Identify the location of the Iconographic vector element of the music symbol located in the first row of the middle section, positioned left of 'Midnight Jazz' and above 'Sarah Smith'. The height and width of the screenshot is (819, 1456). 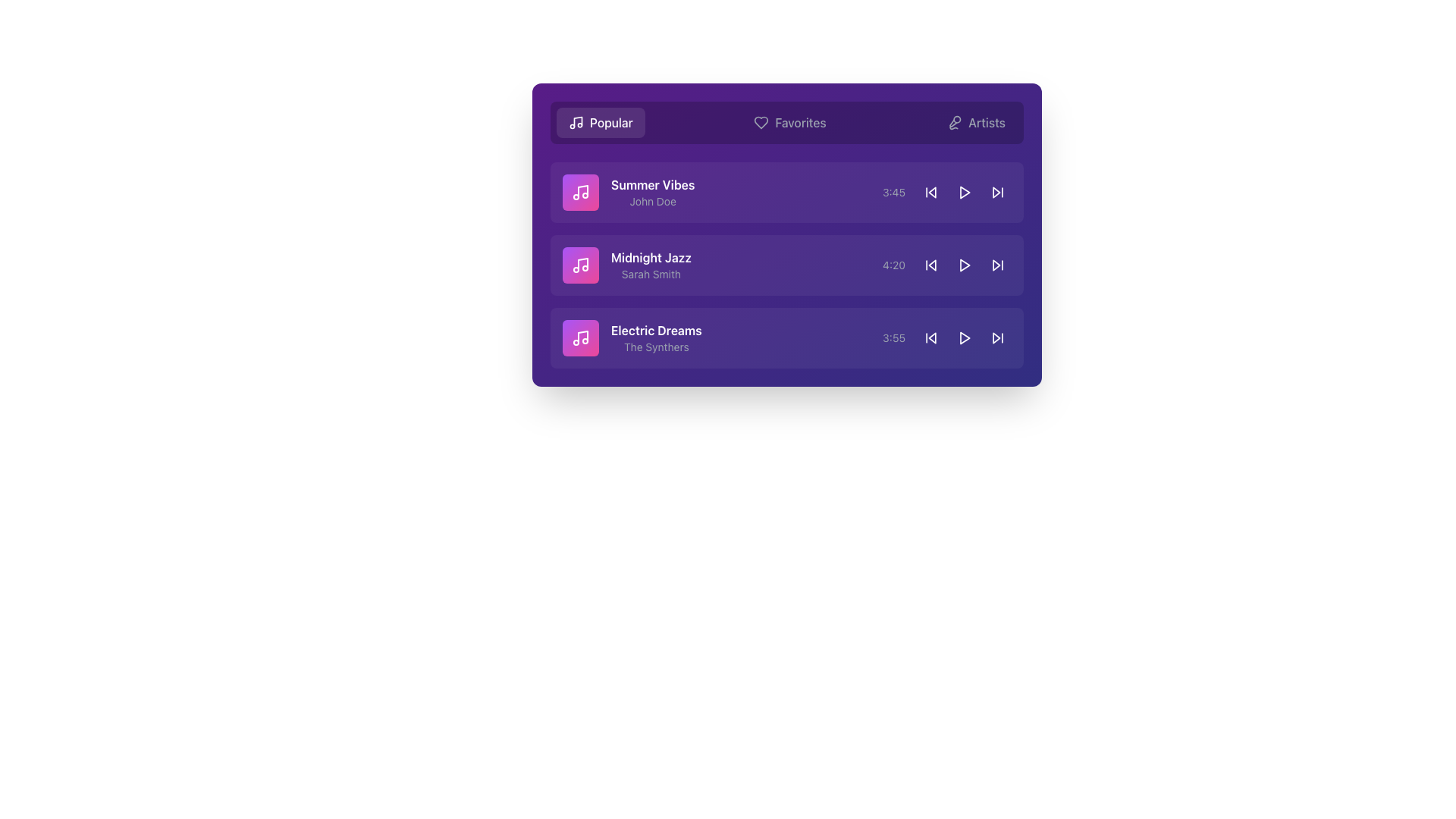
(582, 263).